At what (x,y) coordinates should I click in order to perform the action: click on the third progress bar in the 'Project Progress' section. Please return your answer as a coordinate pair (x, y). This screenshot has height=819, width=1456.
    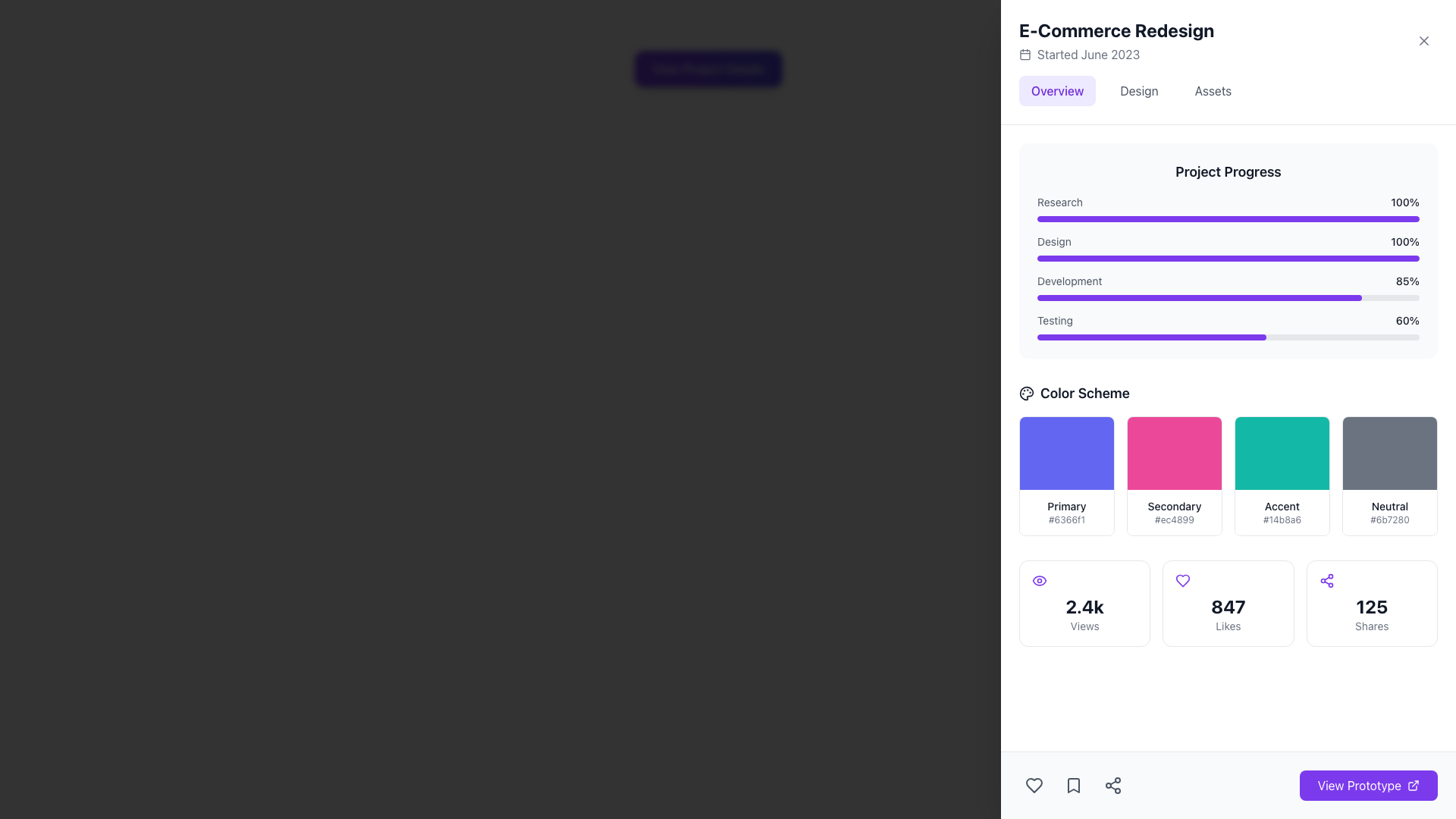
    Looking at the image, I should click on (1228, 267).